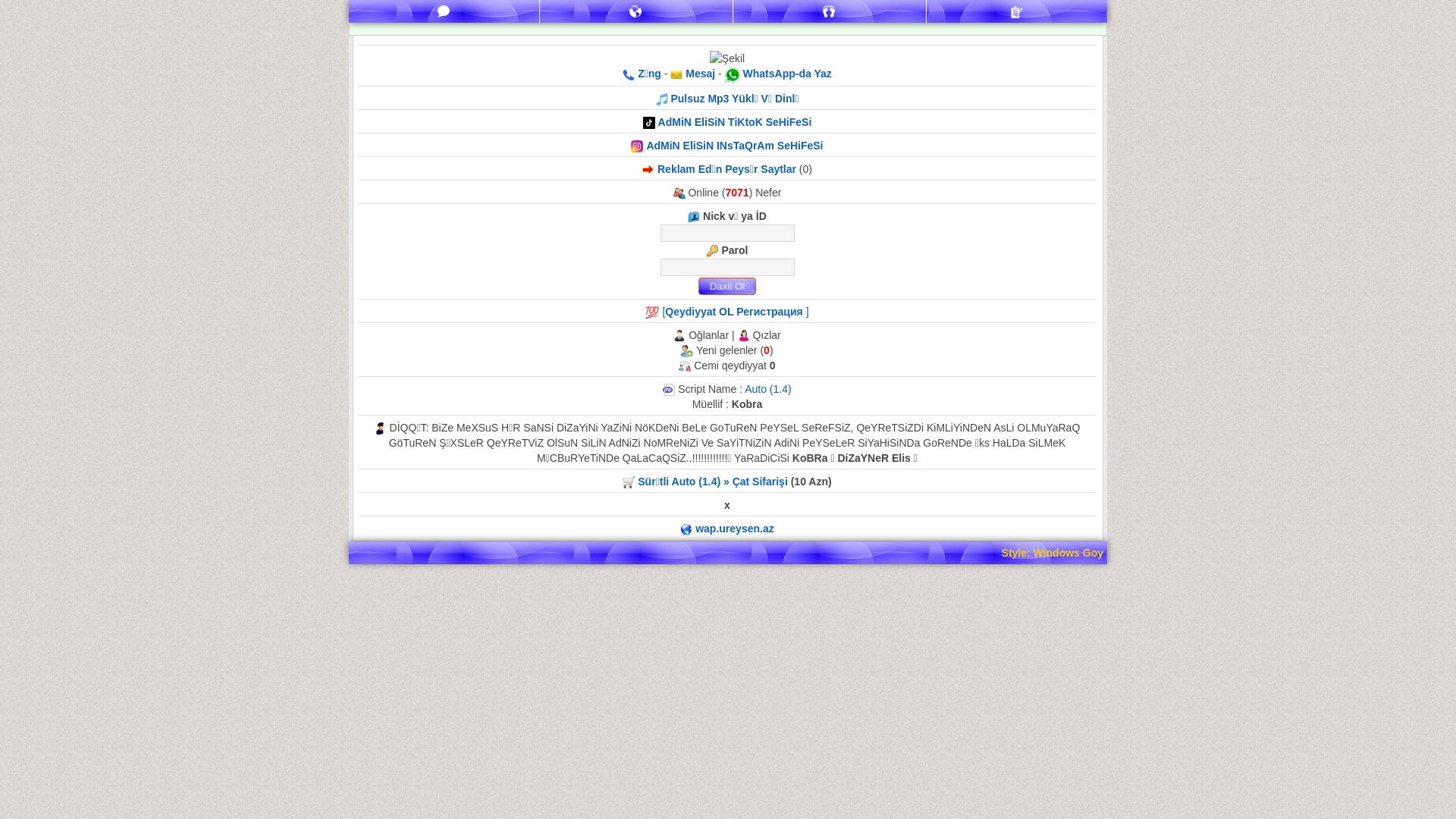  I want to click on 'Mesaj', so click(698, 73).